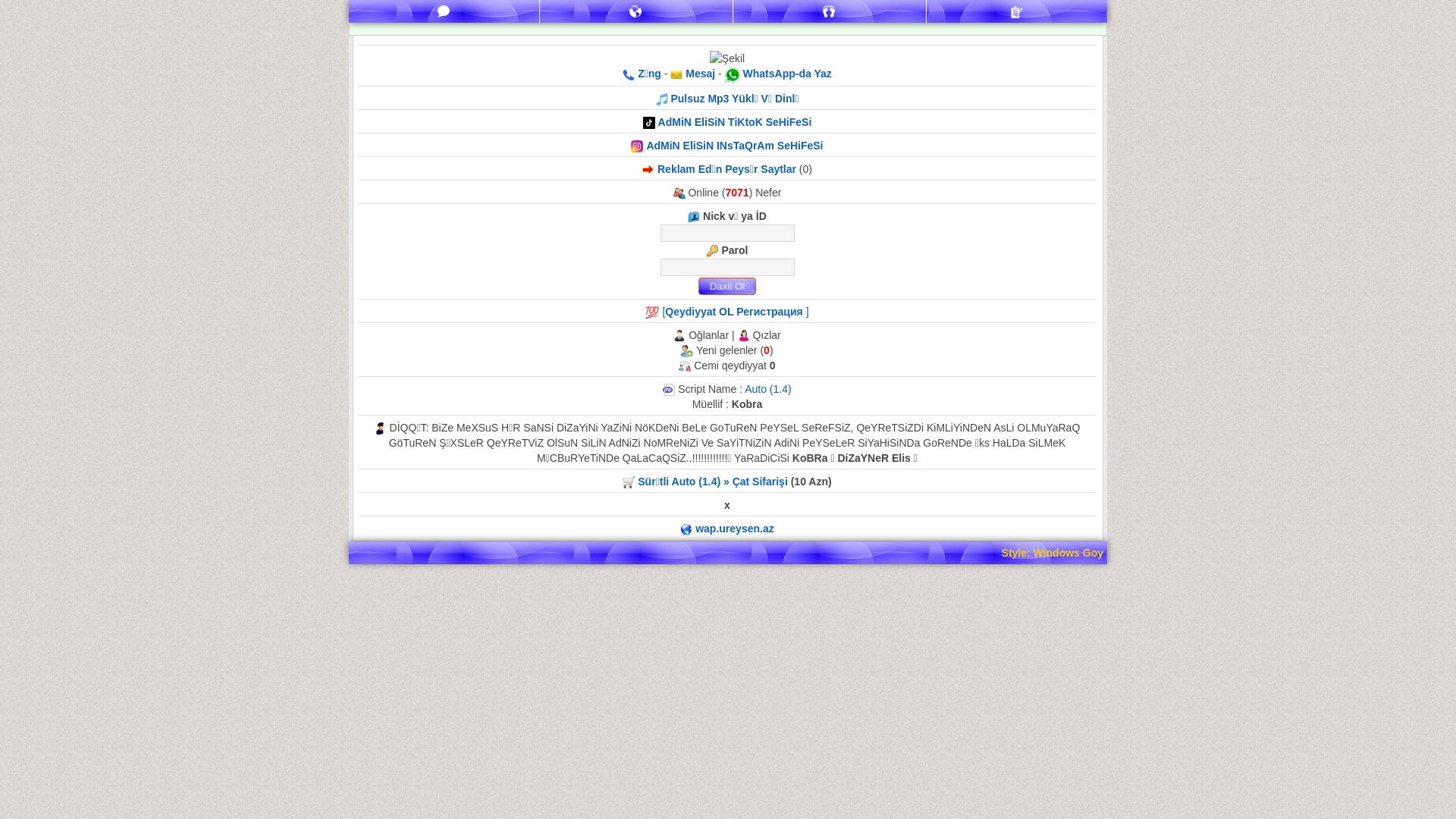  I want to click on 'Mesaj', so click(698, 73).